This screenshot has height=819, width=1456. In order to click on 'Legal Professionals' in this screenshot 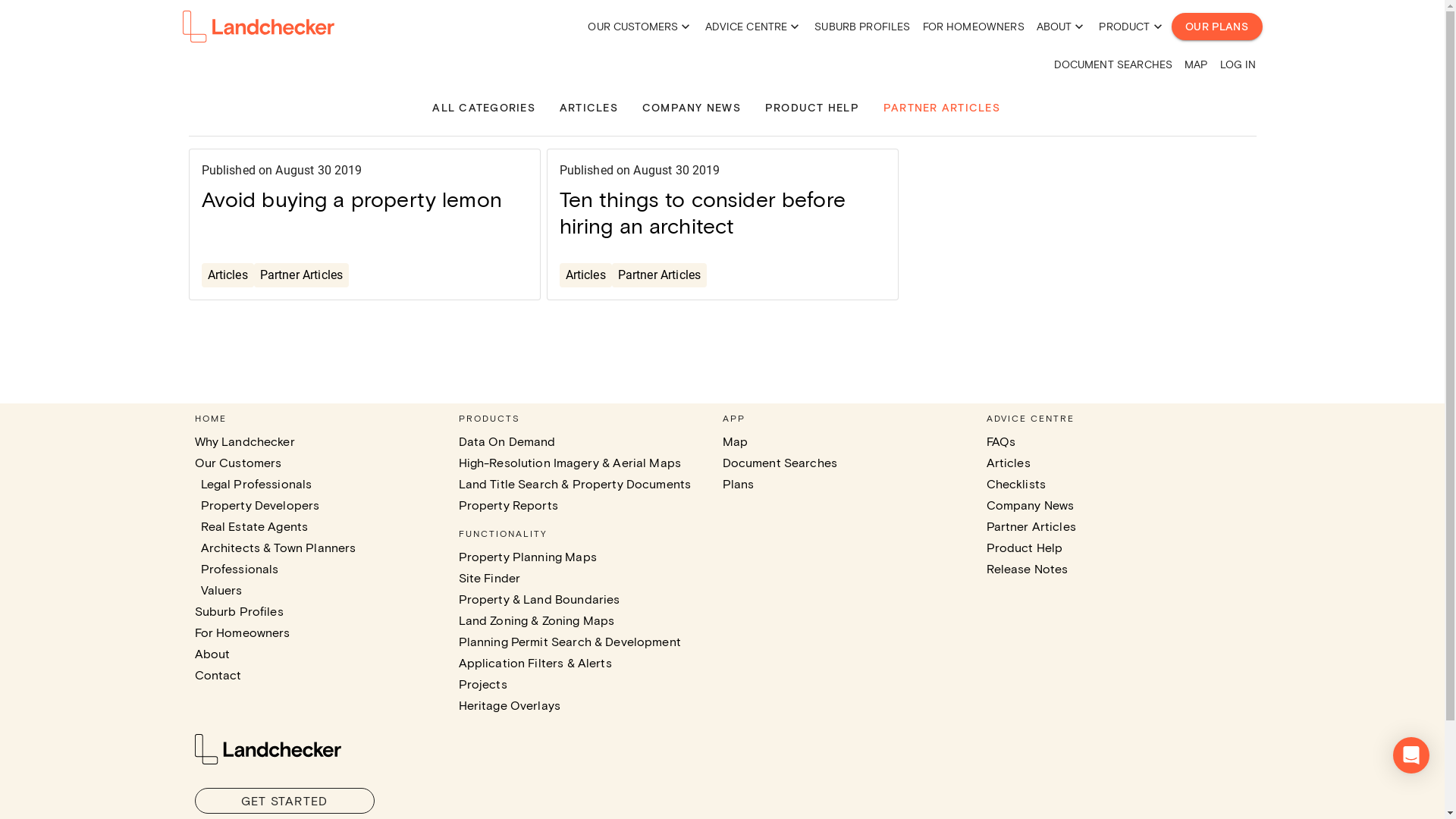, I will do `click(256, 484)`.